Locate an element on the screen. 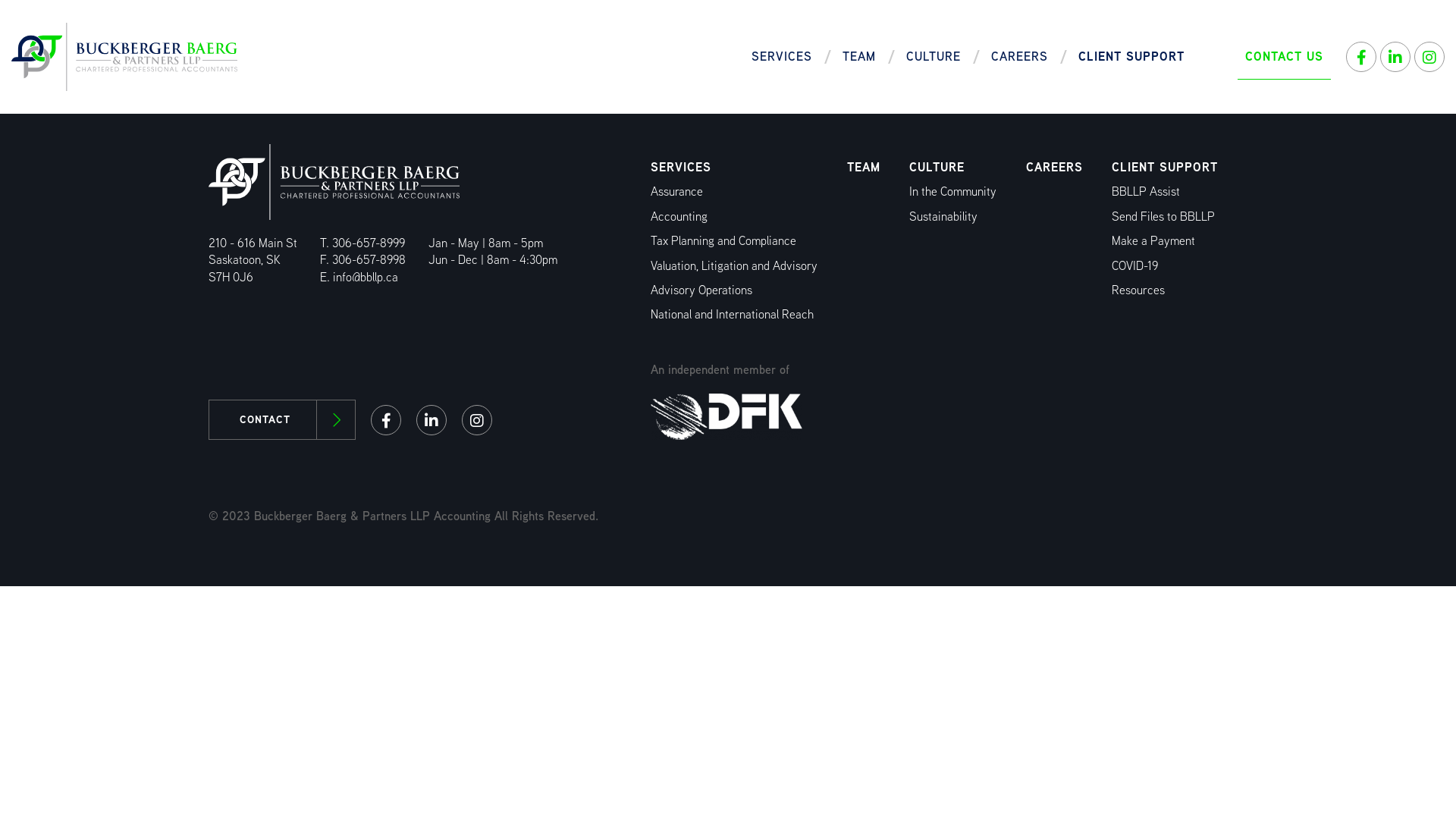 This screenshot has width=1456, height=819. 'Tax Planning and Compliance' is located at coordinates (651, 240).